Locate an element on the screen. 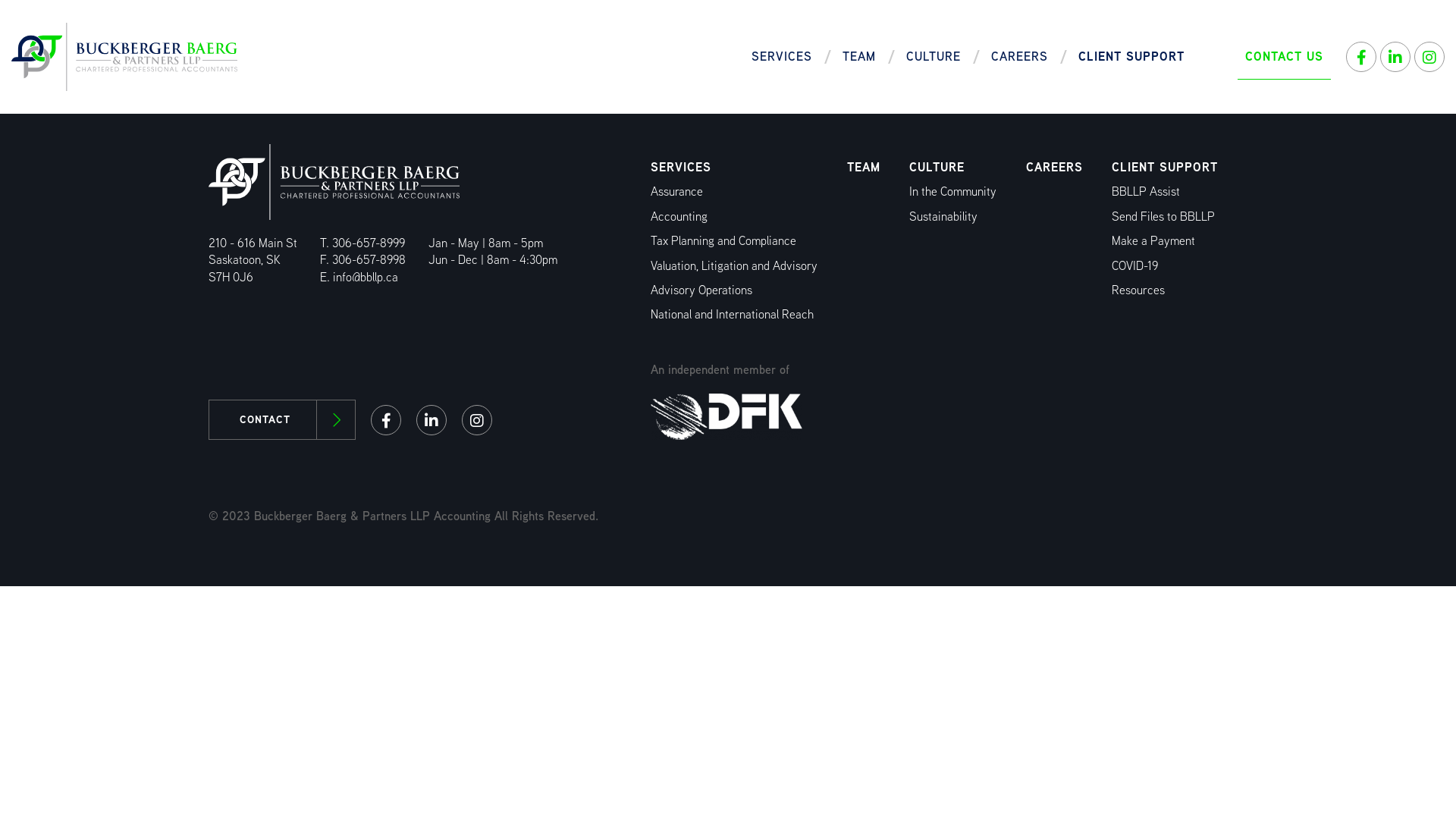 This screenshot has width=1456, height=819. 'Tax Planning and Compliance' is located at coordinates (651, 240).